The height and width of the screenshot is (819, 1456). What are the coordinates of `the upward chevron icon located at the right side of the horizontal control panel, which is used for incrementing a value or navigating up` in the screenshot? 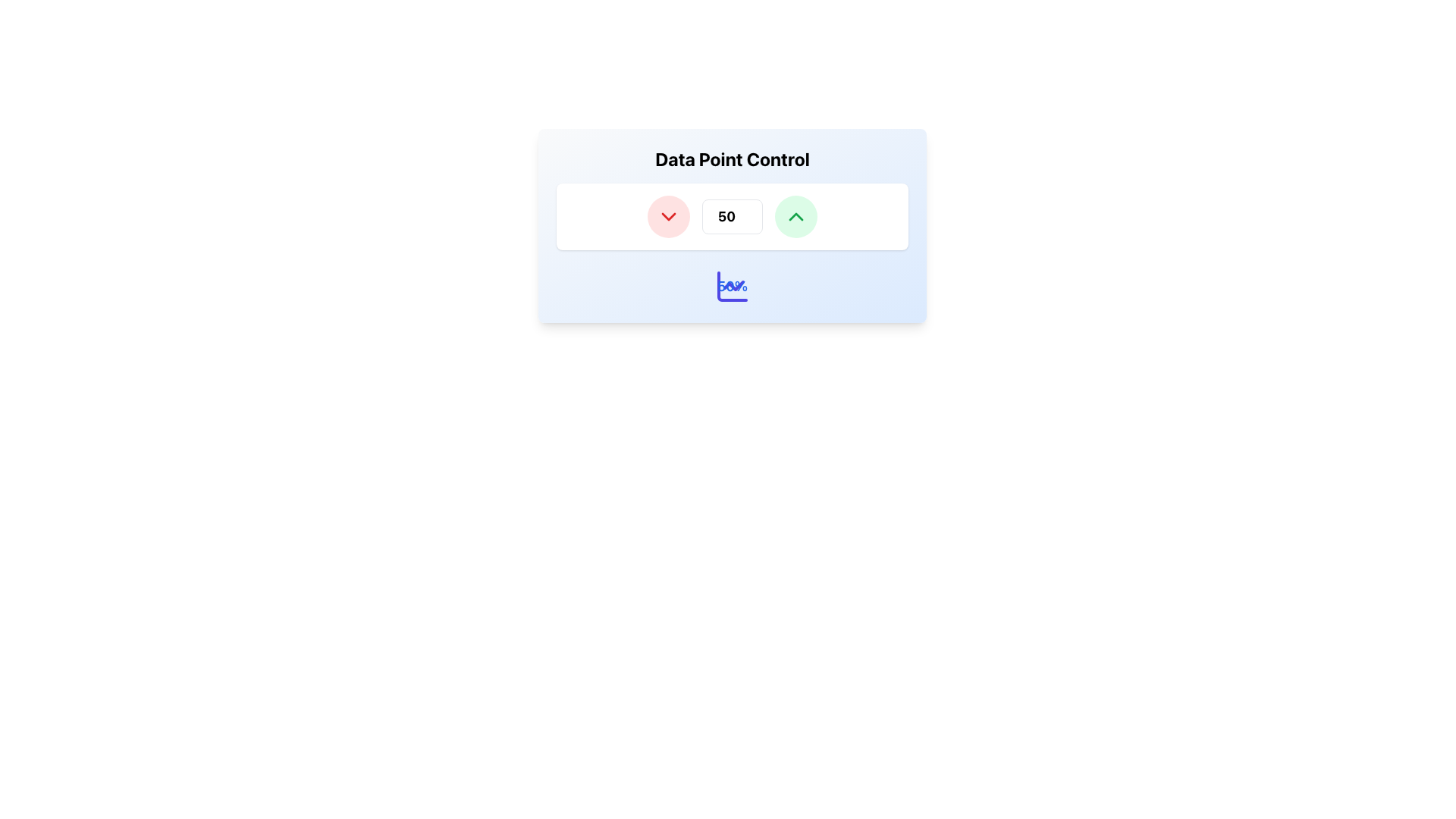 It's located at (795, 216).